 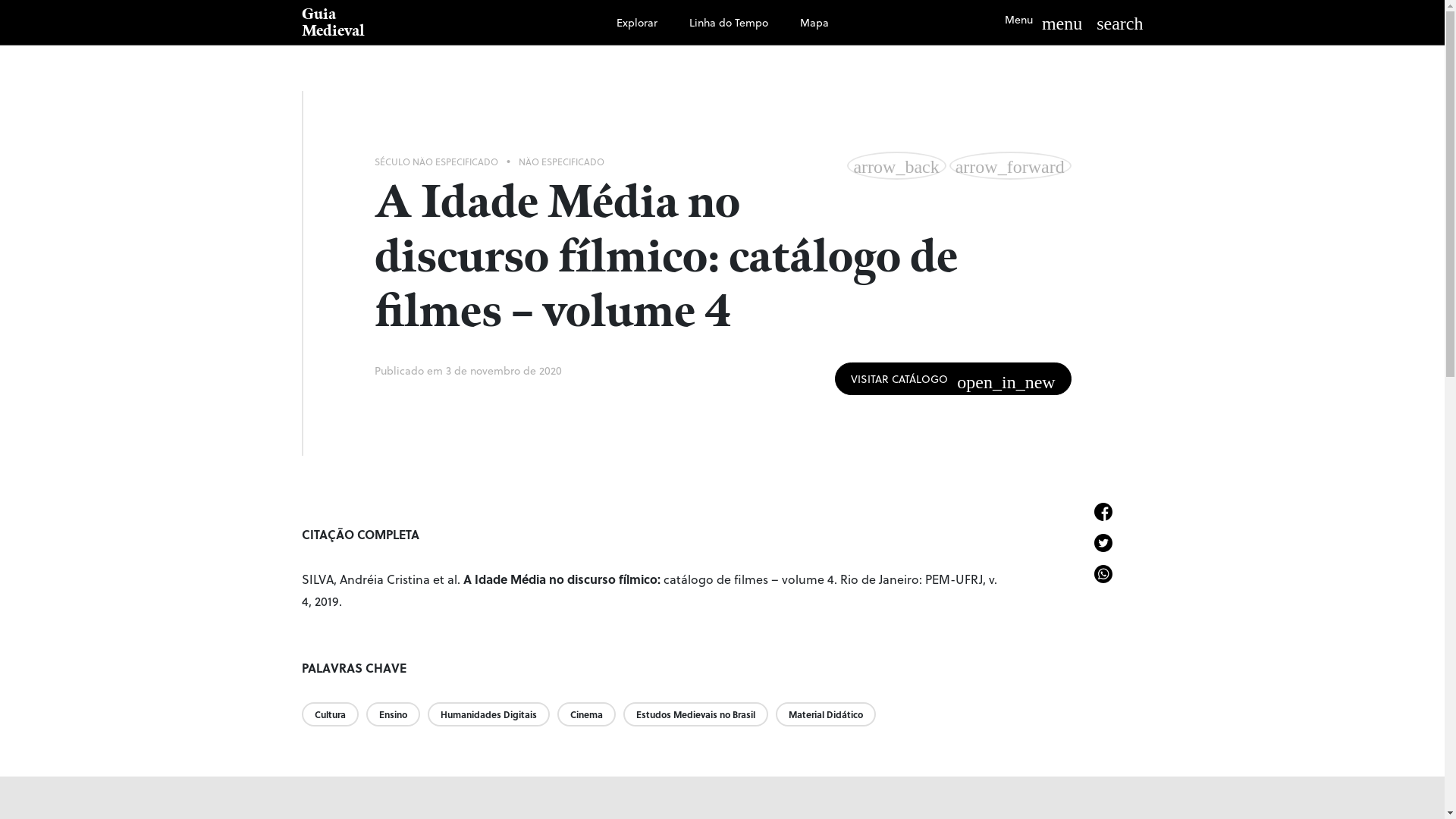 I want to click on 'Cinema', so click(x=556, y=713).